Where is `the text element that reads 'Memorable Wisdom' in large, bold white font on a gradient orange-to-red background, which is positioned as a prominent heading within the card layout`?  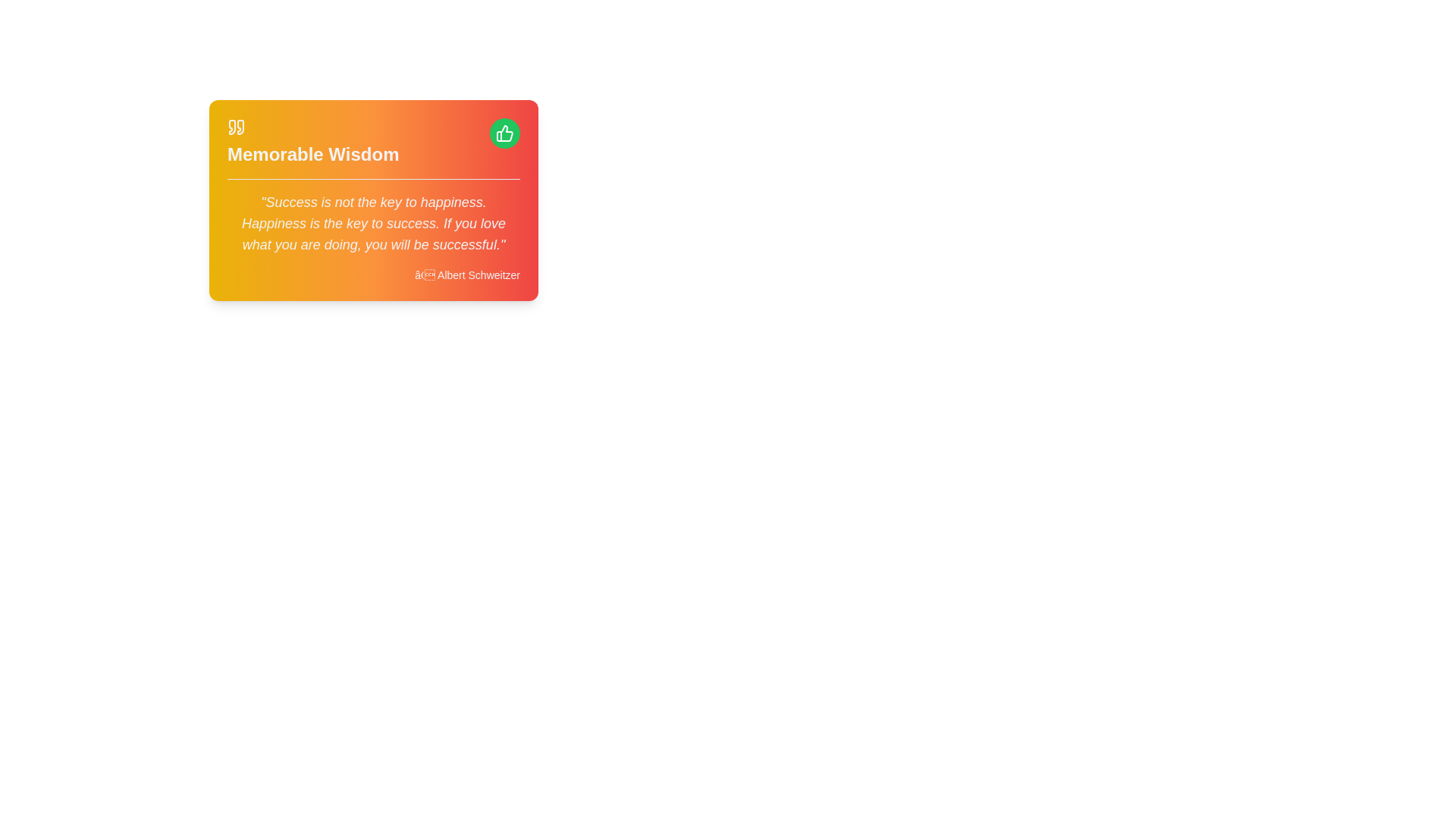 the text element that reads 'Memorable Wisdom' in large, bold white font on a gradient orange-to-red background, which is positioned as a prominent heading within the card layout is located at coordinates (312, 143).